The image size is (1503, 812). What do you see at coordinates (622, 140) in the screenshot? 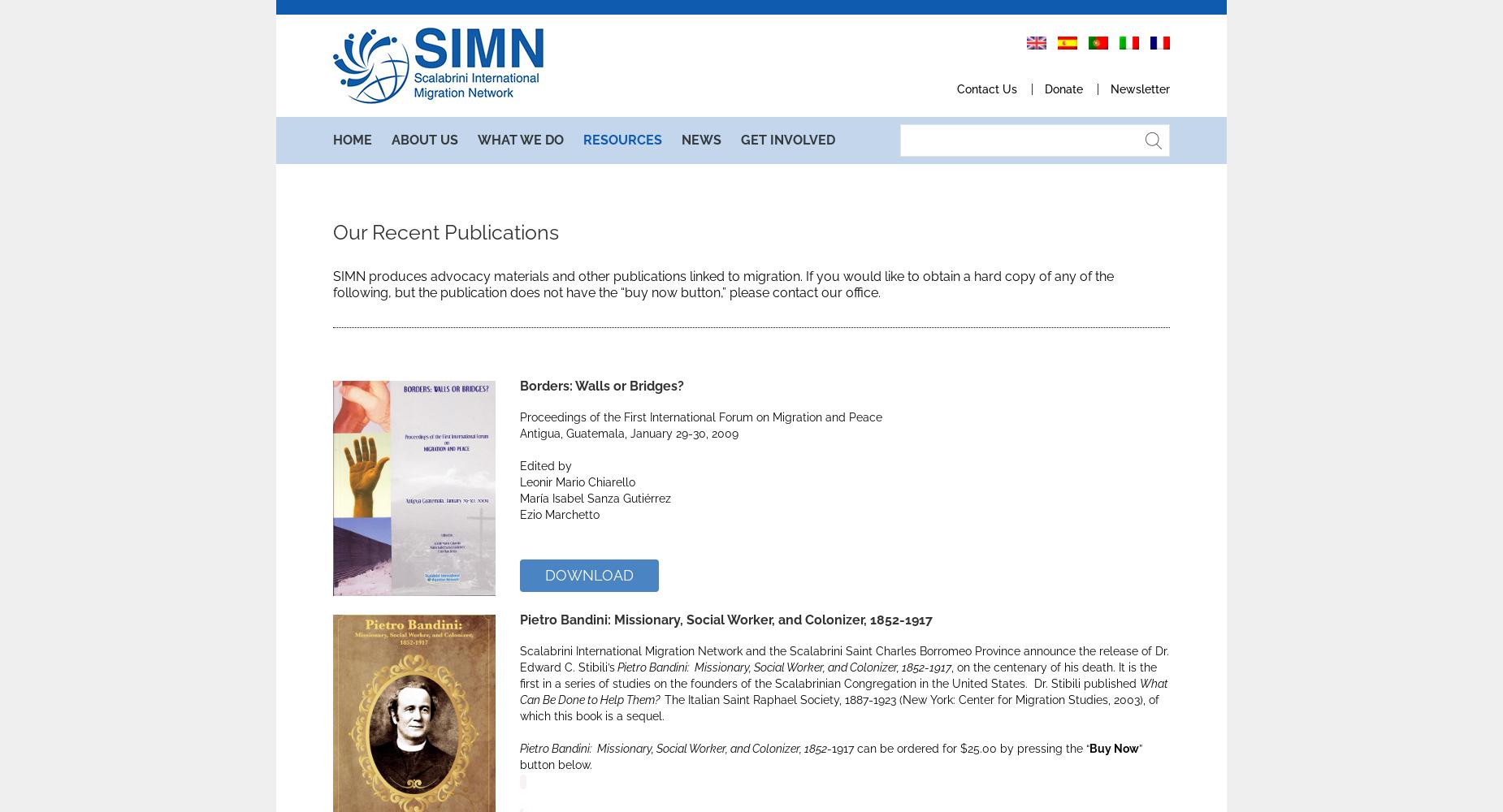
I see `'Resource'` at bounding box center [622, 140].